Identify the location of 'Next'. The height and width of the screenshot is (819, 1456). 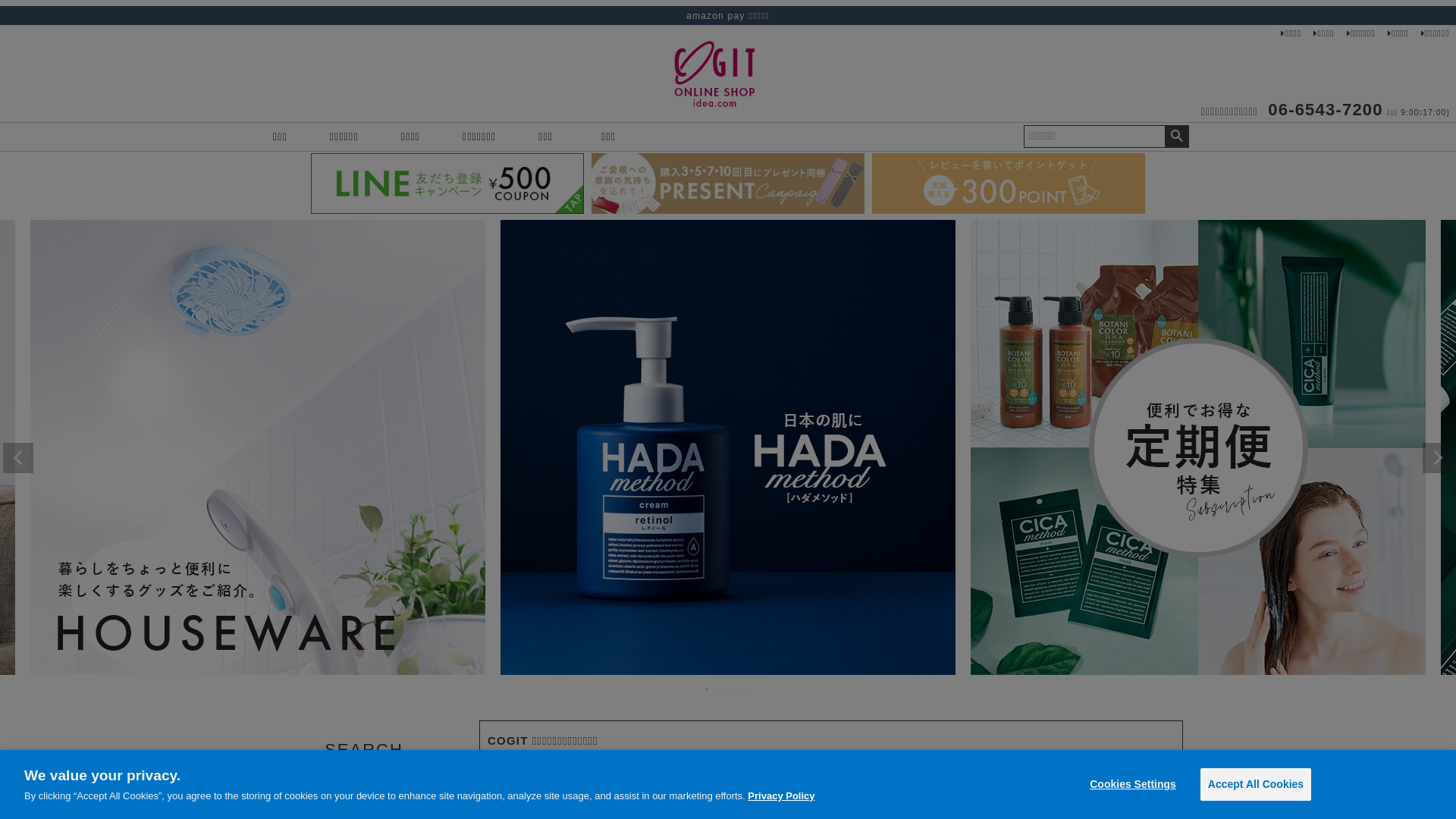
(1437, 457).